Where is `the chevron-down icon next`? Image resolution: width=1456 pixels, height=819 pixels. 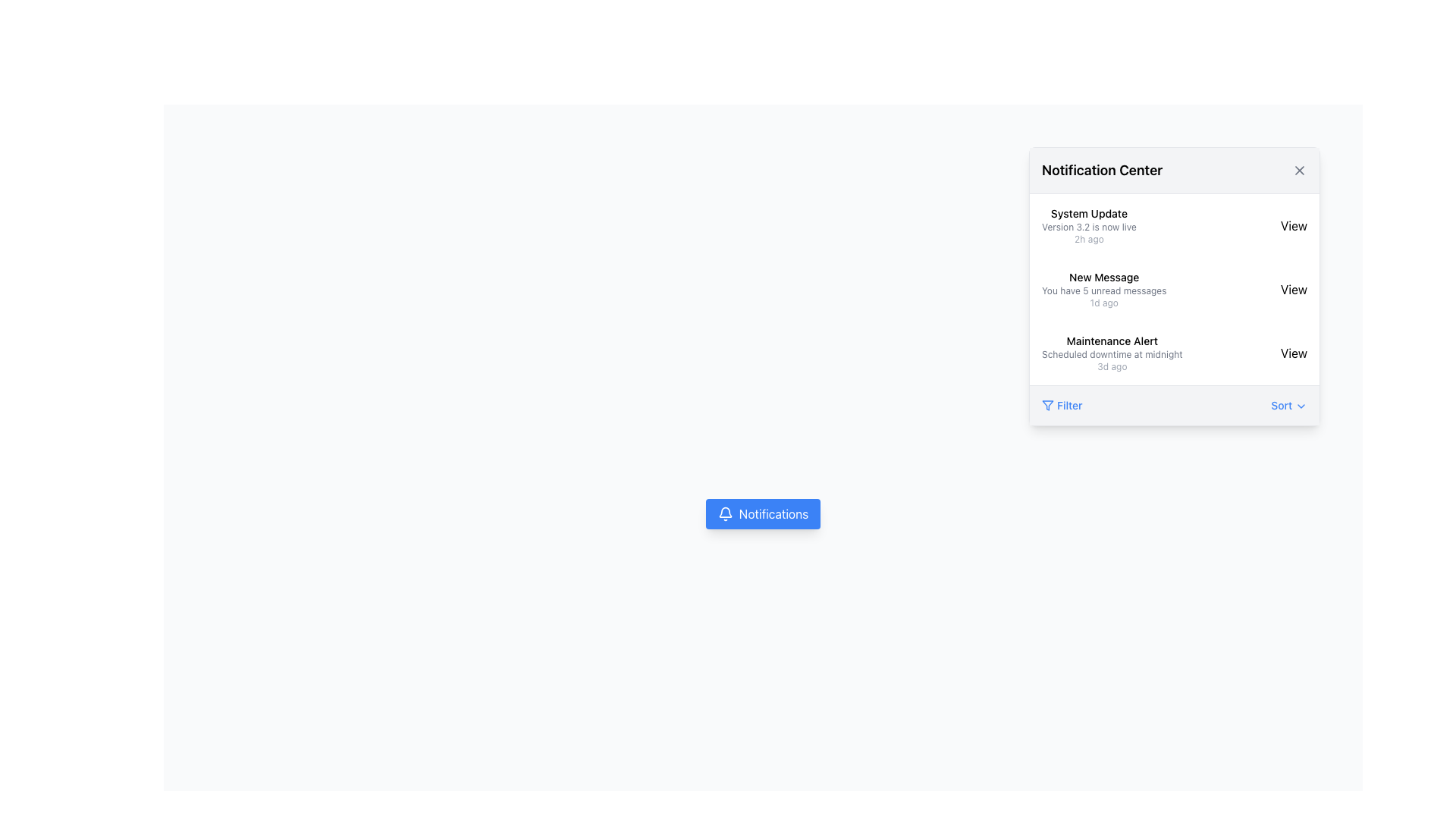 the chevron-down icon next is located at coordinates (1301, 406).